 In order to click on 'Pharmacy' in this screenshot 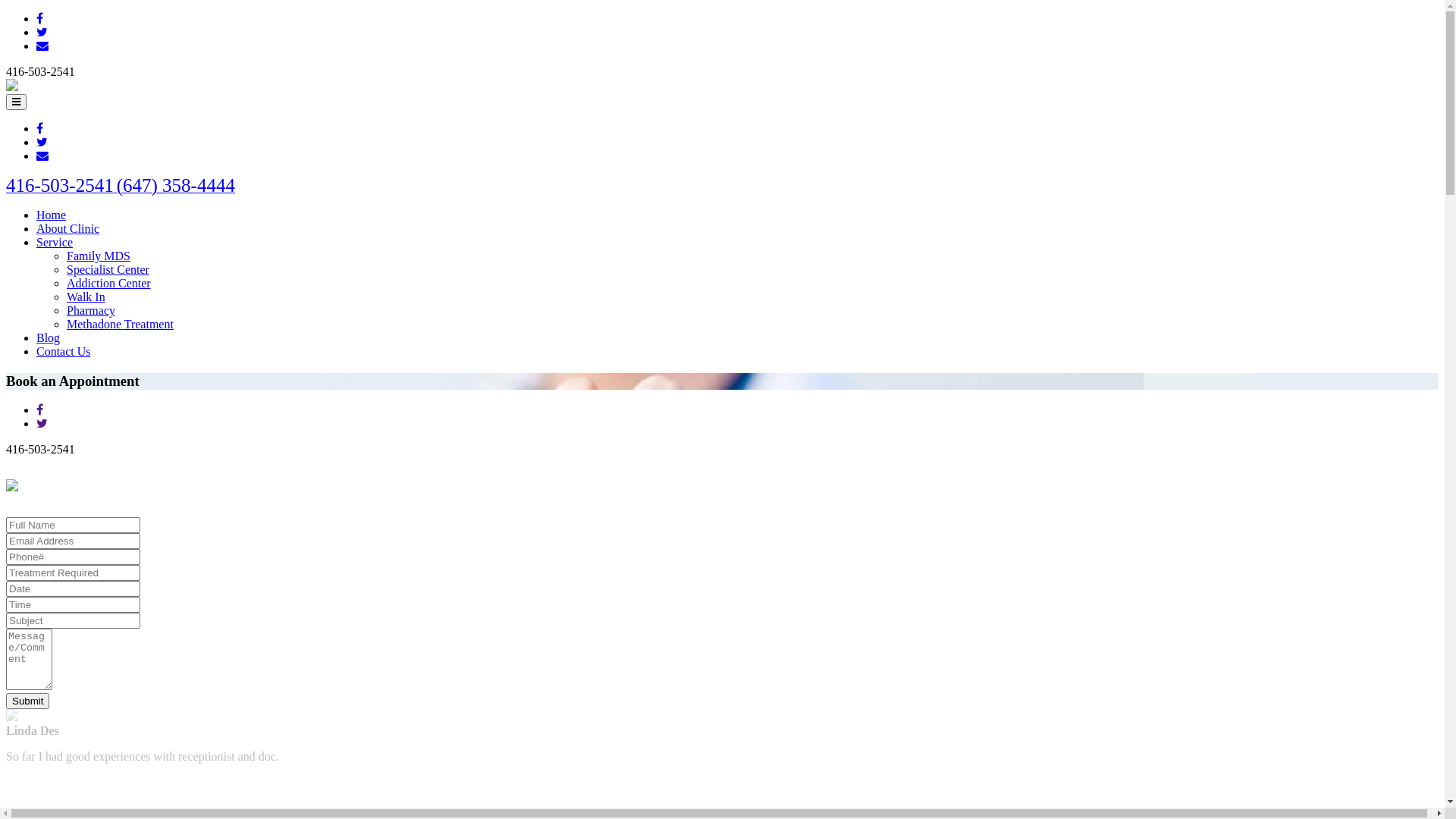, I will do `click(90, 309)`.